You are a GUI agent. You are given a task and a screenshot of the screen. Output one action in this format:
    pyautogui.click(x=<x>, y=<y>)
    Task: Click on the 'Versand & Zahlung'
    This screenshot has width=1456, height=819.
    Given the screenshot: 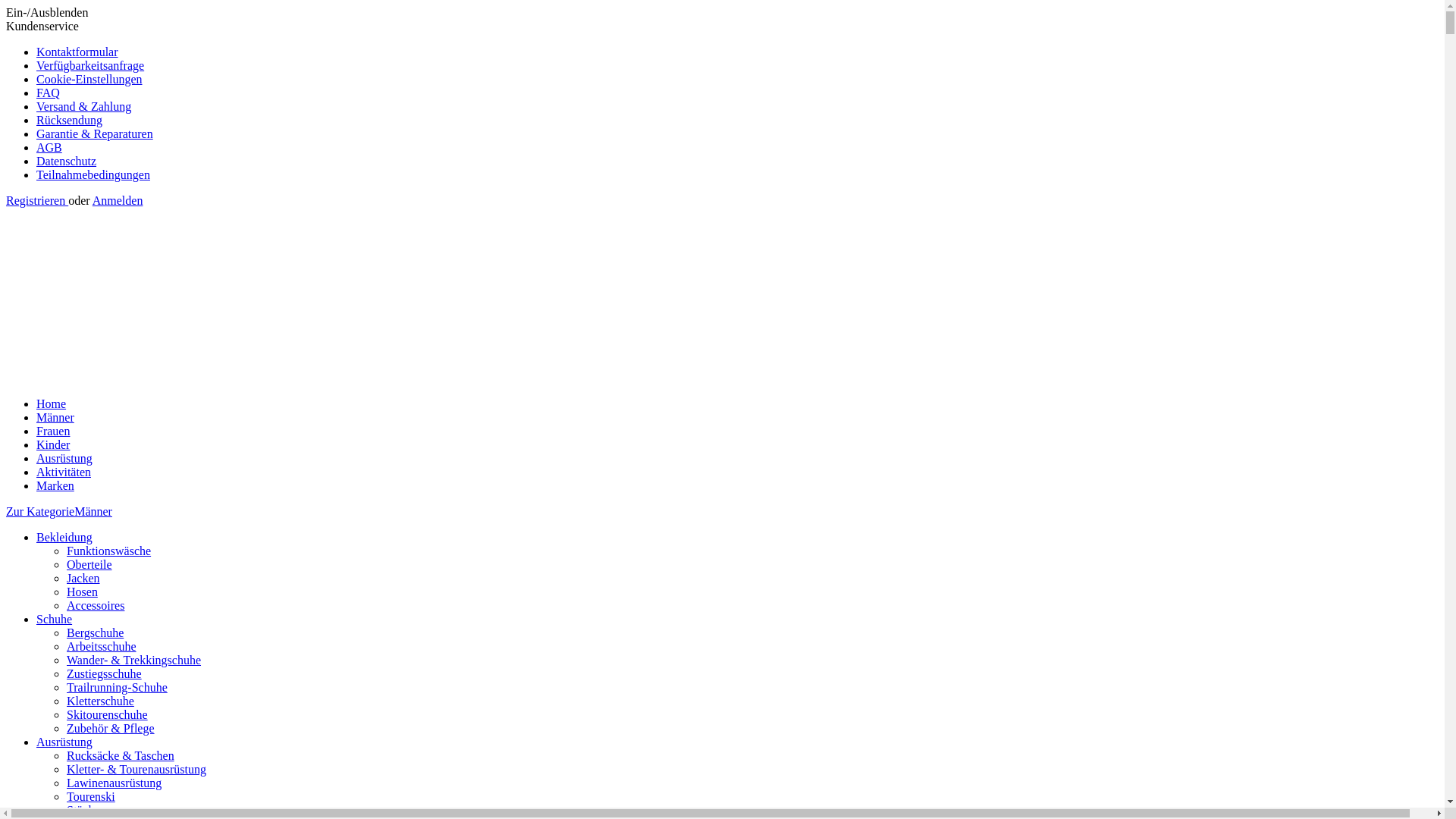 What is the action you would take?
    pyautogui.click(x=36, y=105)
    